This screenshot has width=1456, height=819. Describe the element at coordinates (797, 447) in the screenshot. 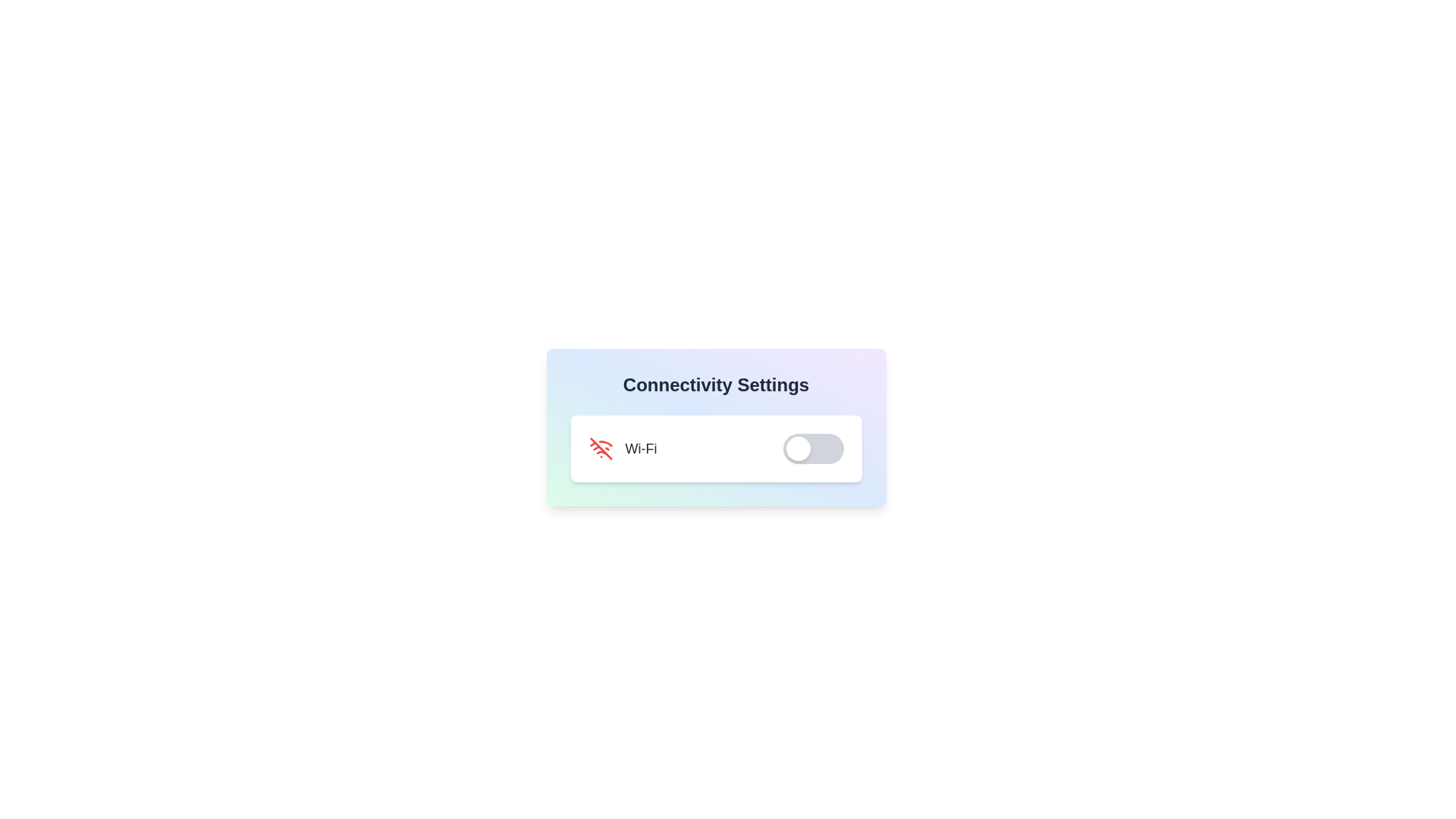

I see `the small circular Draggable toggle handle located towards the left end of the toggle switch under the text 'Wi-Fi'` at that location.